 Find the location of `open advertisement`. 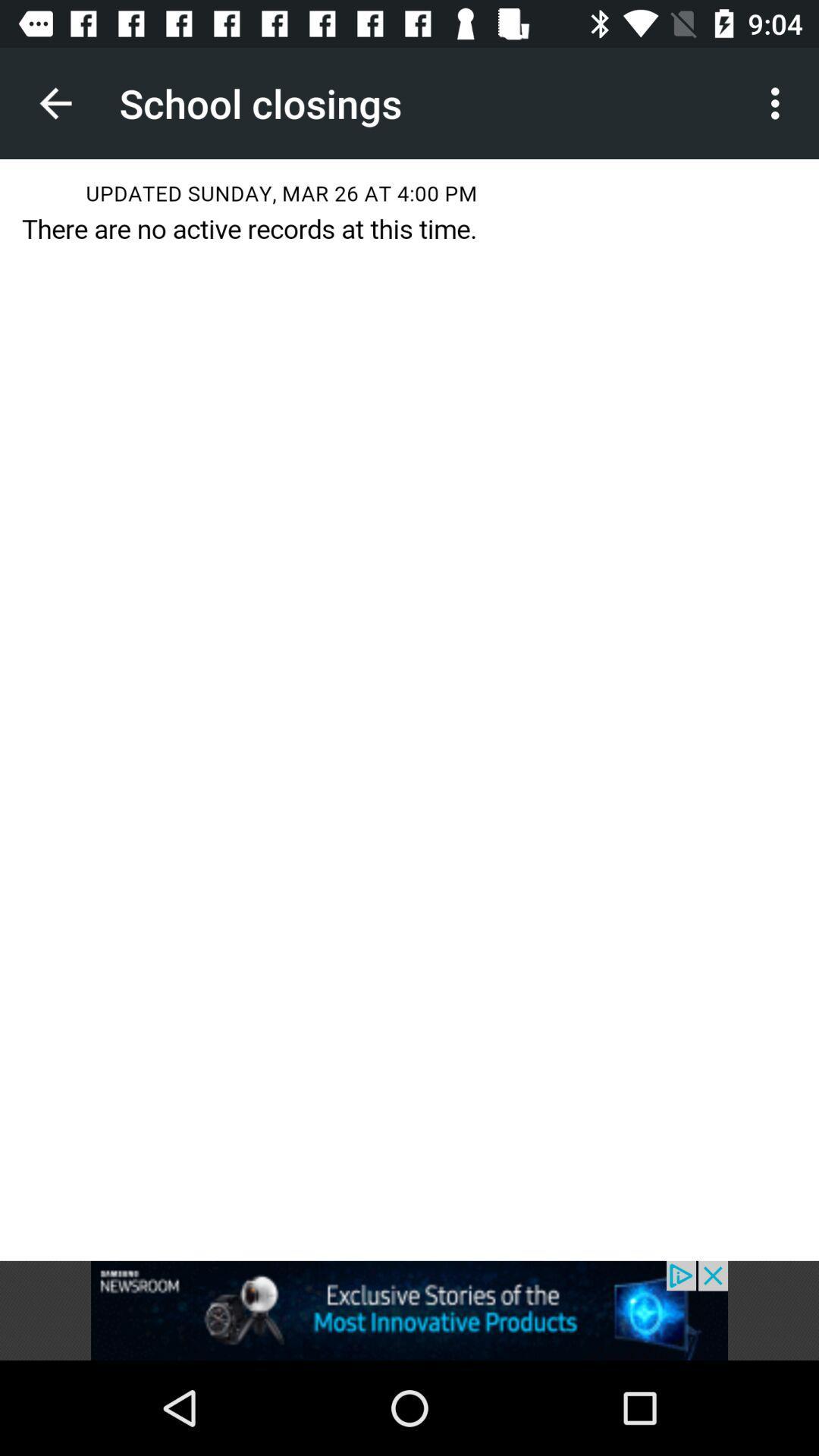

open advertisement is located at coordinates (409, 1310).